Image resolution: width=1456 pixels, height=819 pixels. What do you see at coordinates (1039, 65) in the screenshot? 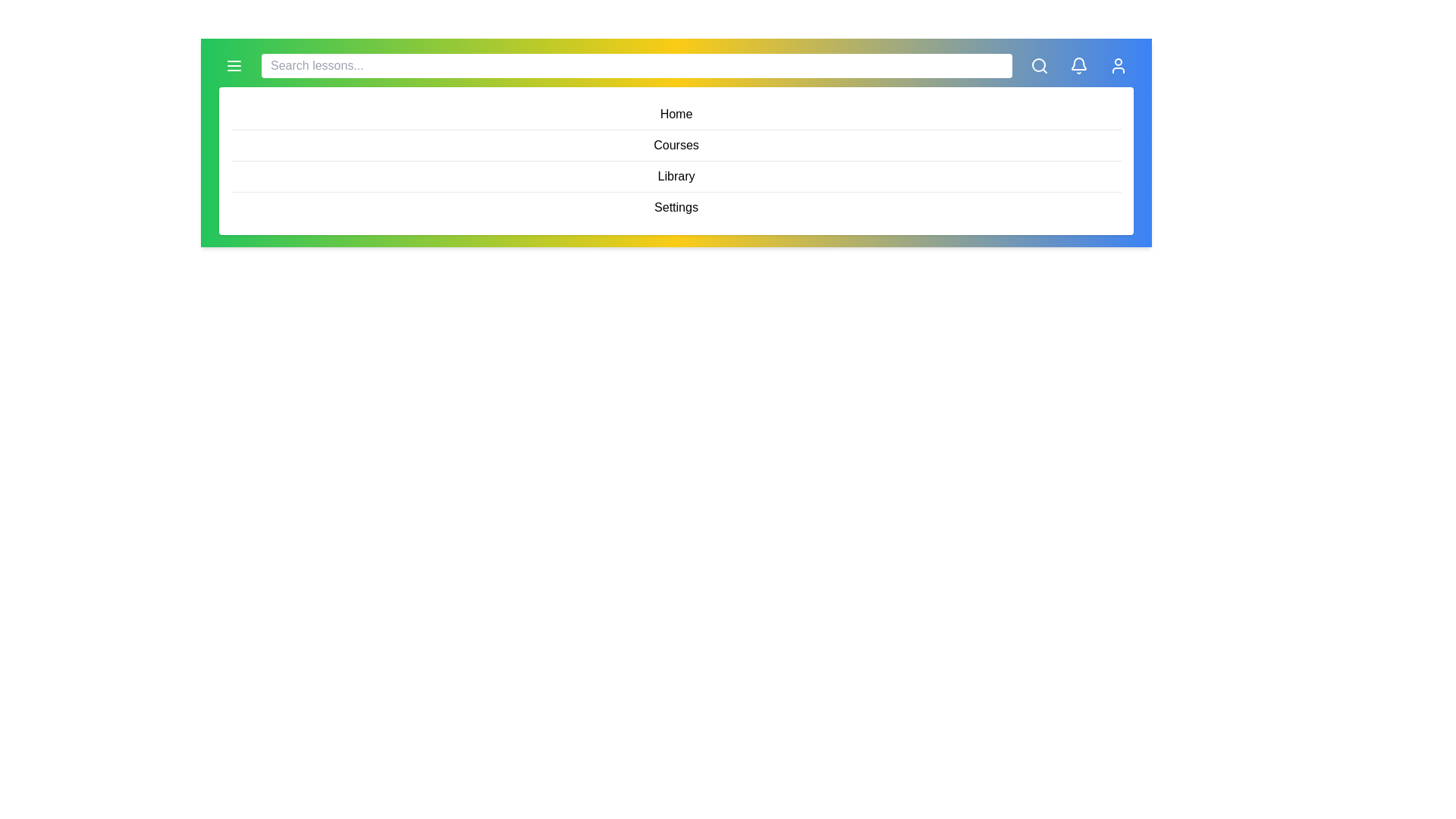
I see `the button Search to see its hover effect` at bounding box center [1039, 65].